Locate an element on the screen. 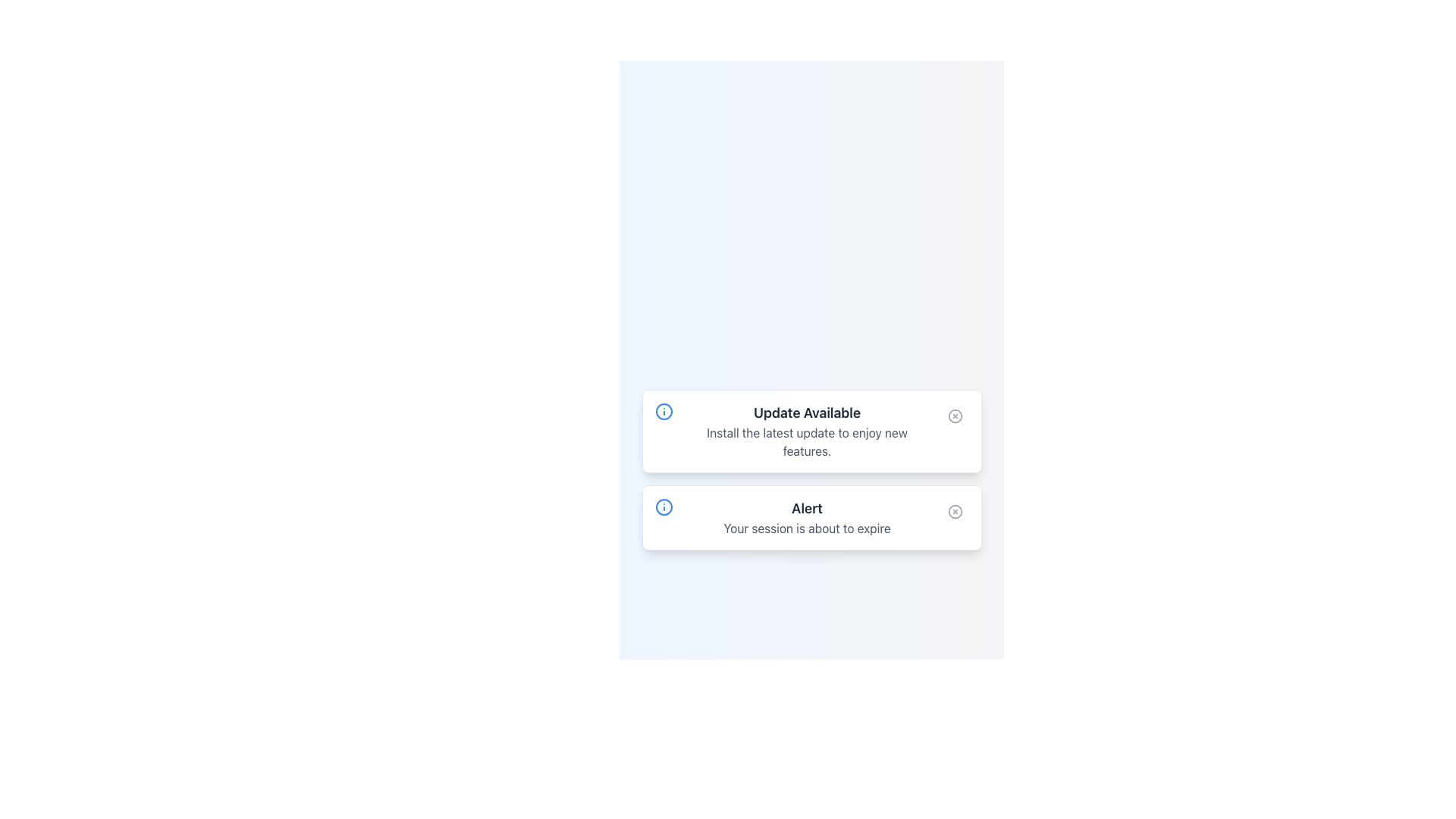  the close icon button located in the top notification card next to the 'Update Available' title, aligned towards the right corner is located at coordinates (954, 416).